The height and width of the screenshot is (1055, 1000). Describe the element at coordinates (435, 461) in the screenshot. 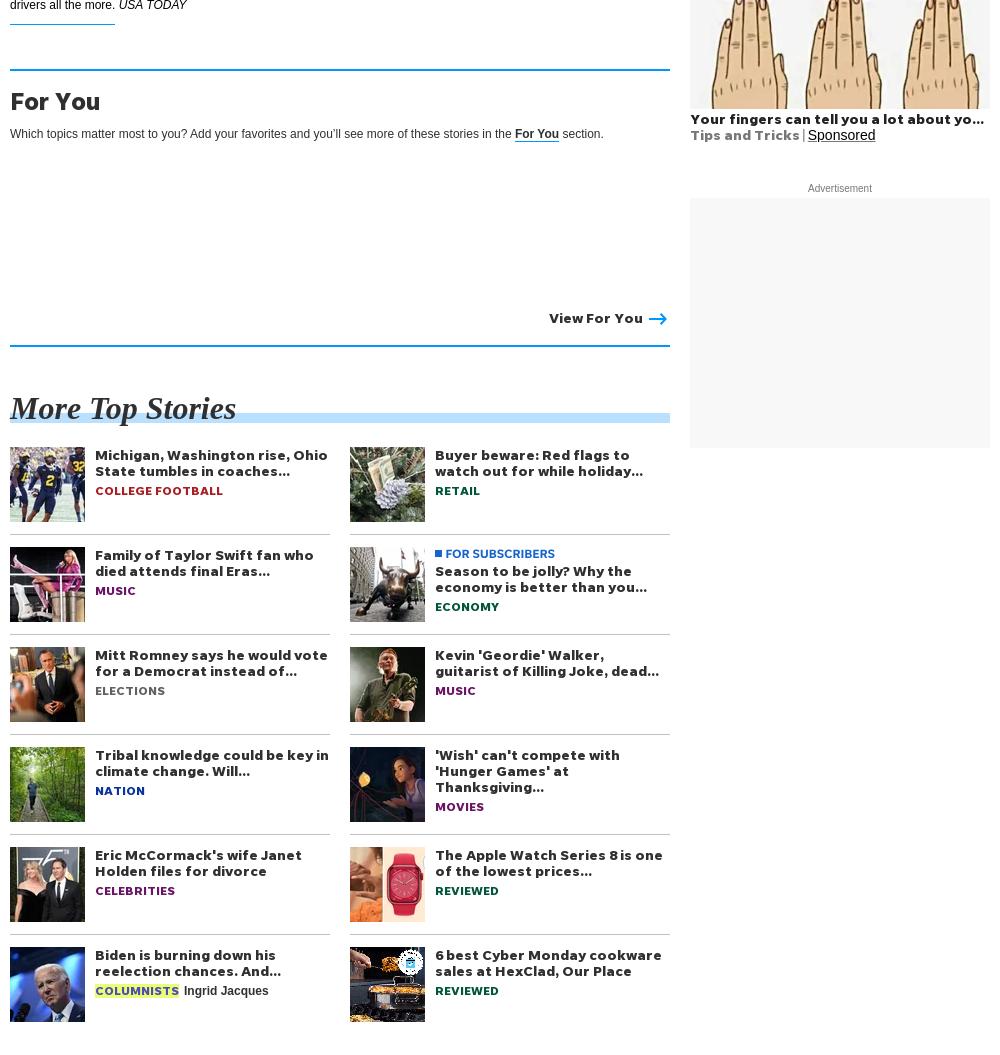

I see `'Buyer beware: Red flags to watch out for while holiday…'` at that location.